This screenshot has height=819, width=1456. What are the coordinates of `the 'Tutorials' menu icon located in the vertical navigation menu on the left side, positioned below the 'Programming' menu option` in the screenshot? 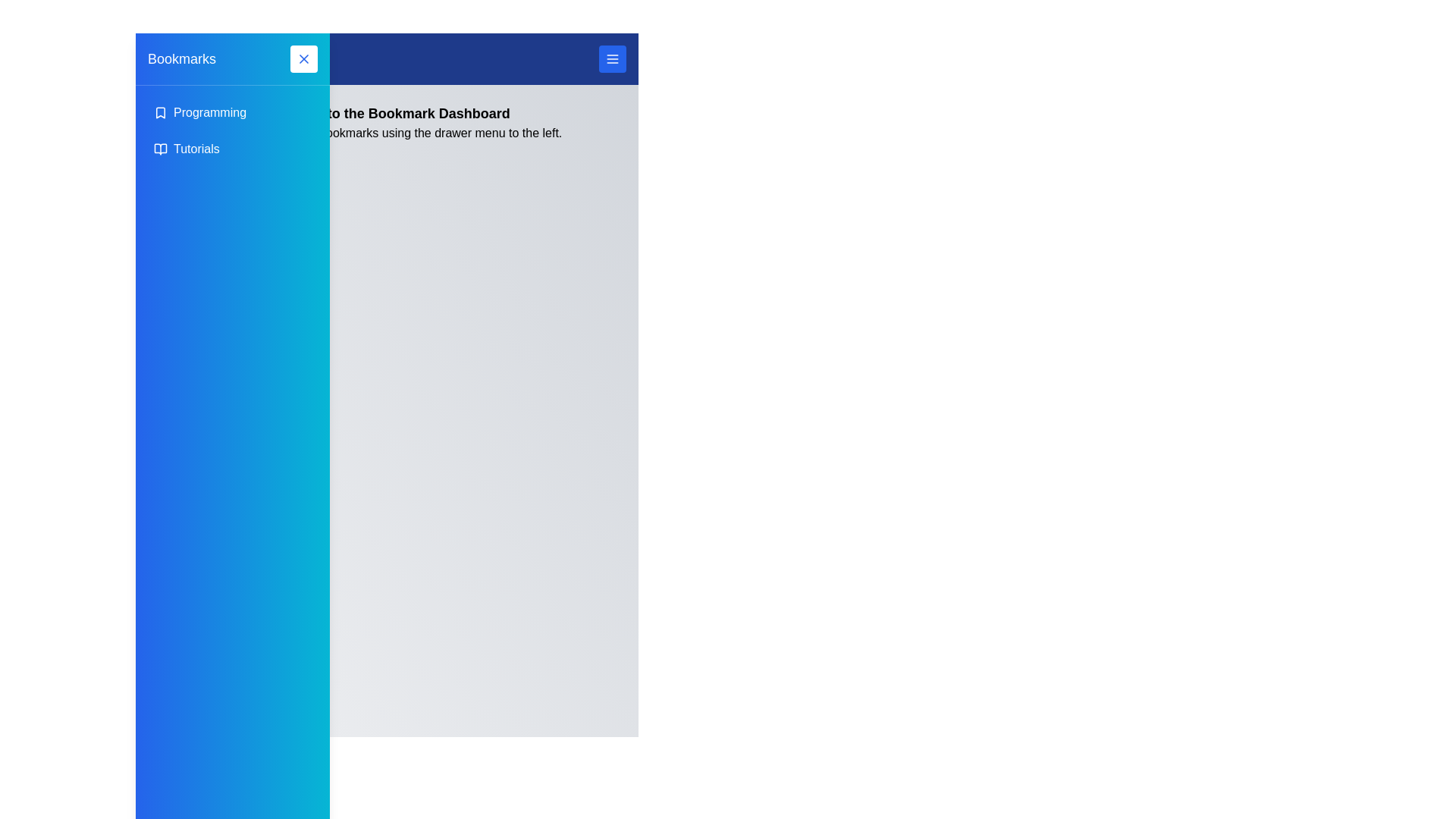 It's located at (160, 149).